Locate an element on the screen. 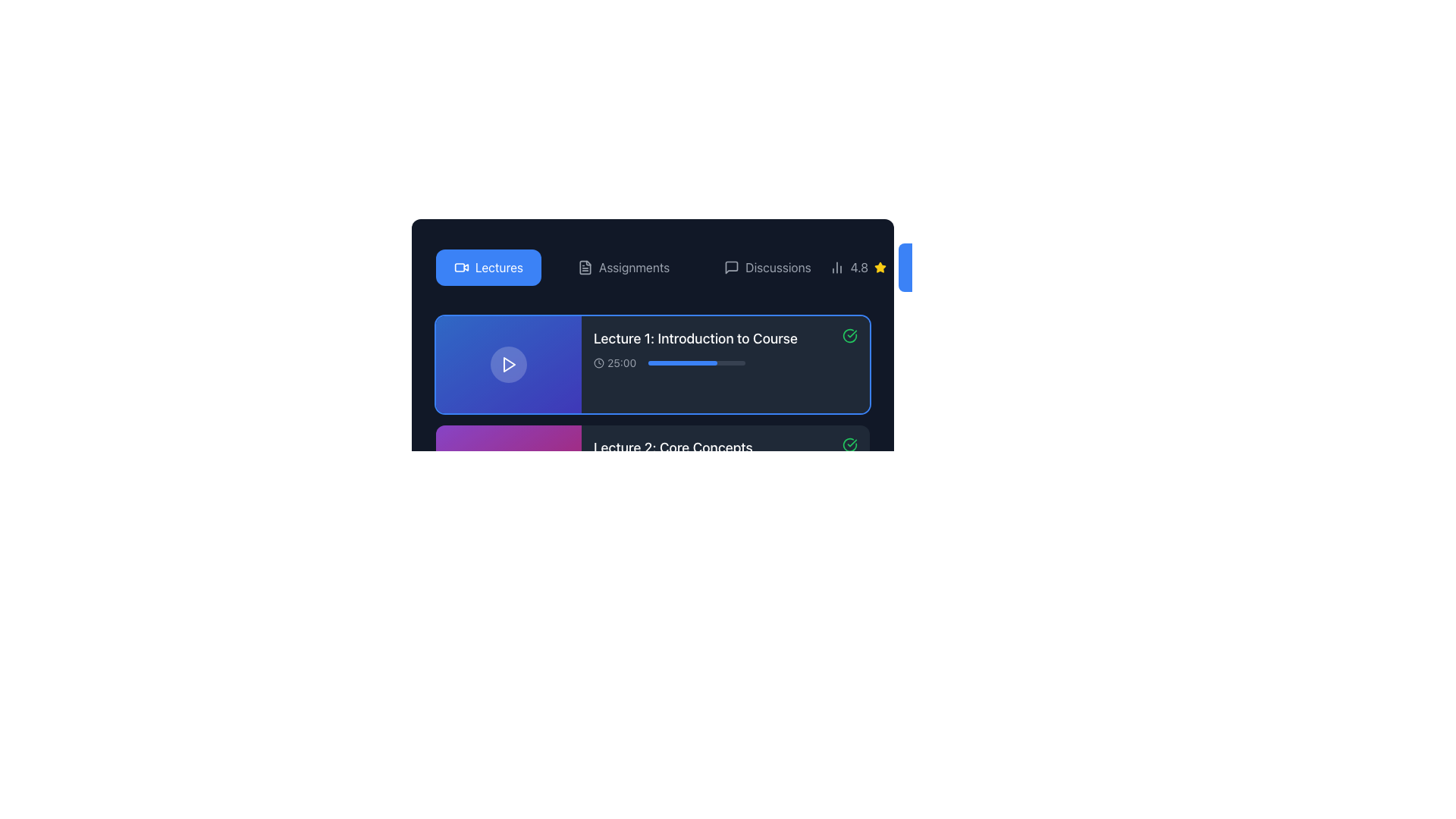 The height and width of the screenshot is (819, 1456). displayed time from the Time indicator with progress bar located below the title 'Lecture 1: Introduction to Course', centered horizontally in the section is located at coordinates (695, 362).